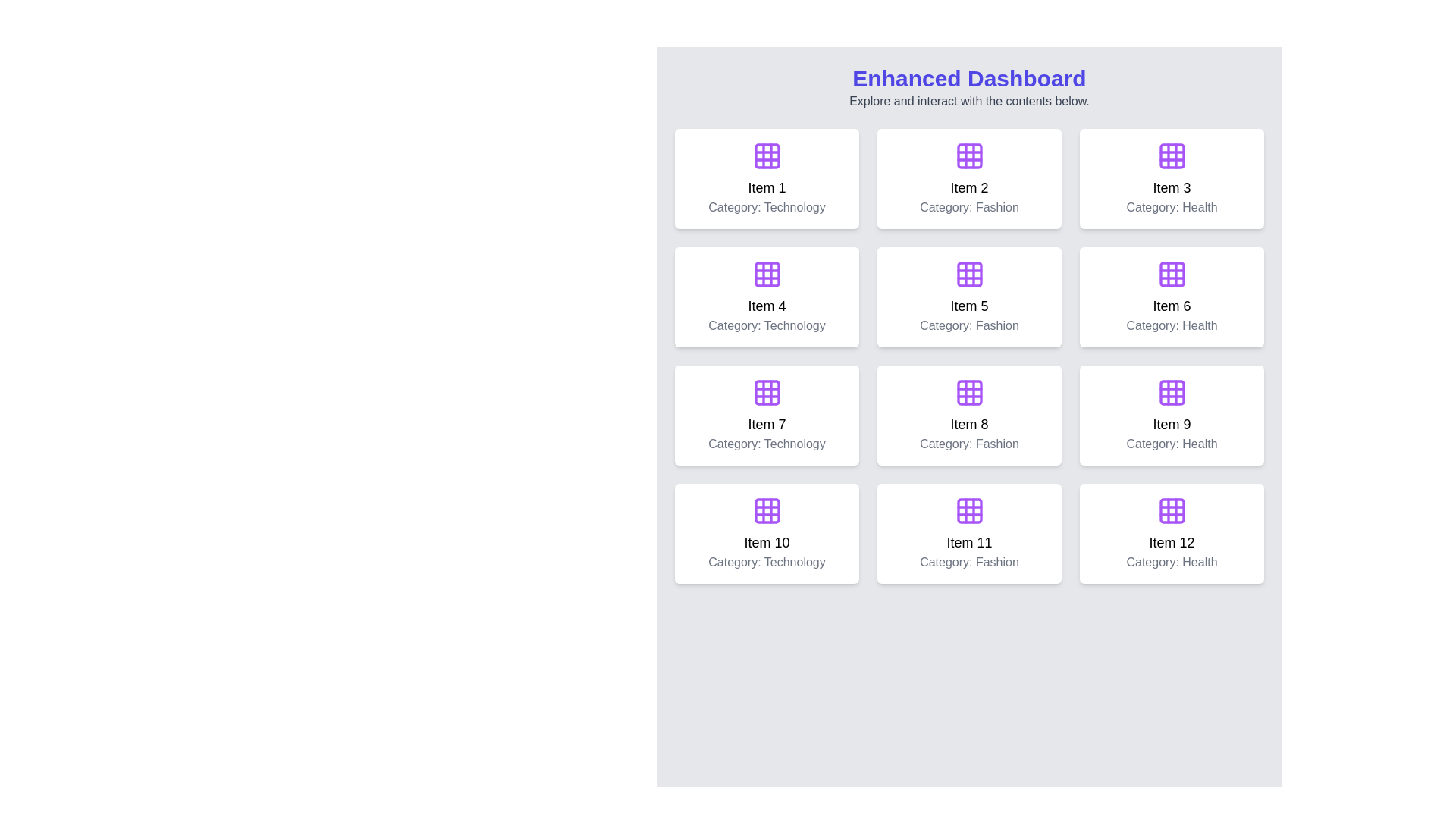  Describe the element at coordinates (968, 542) in the screenshot. I see `the text element labeled 'Item 11', which is positioned within a card in the lower row of the grid, situated between 'Item 10' and 'Item 12'` at that location.